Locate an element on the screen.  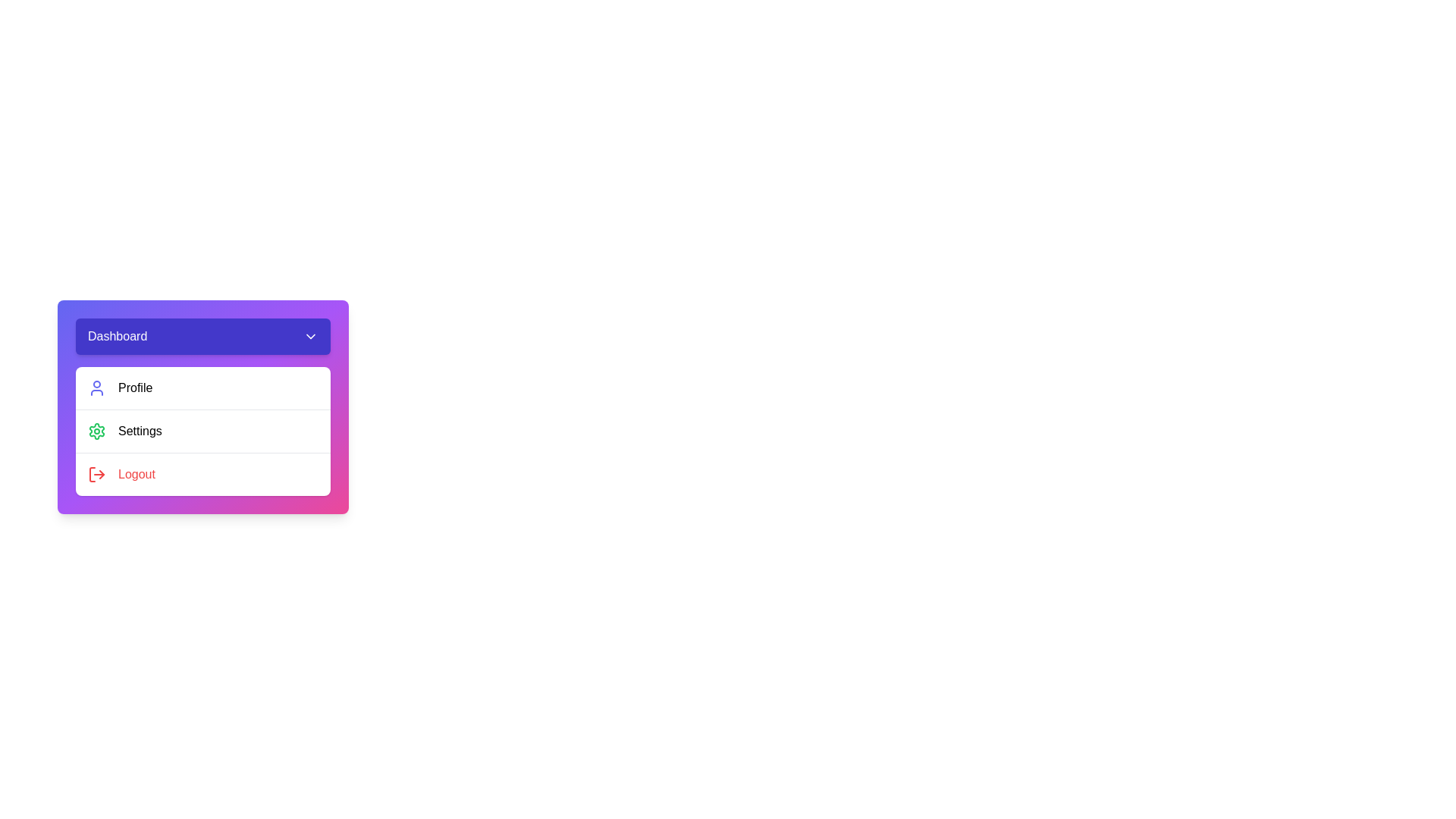
the 'Profile' option in the menu is located at coordinates (202, 388).